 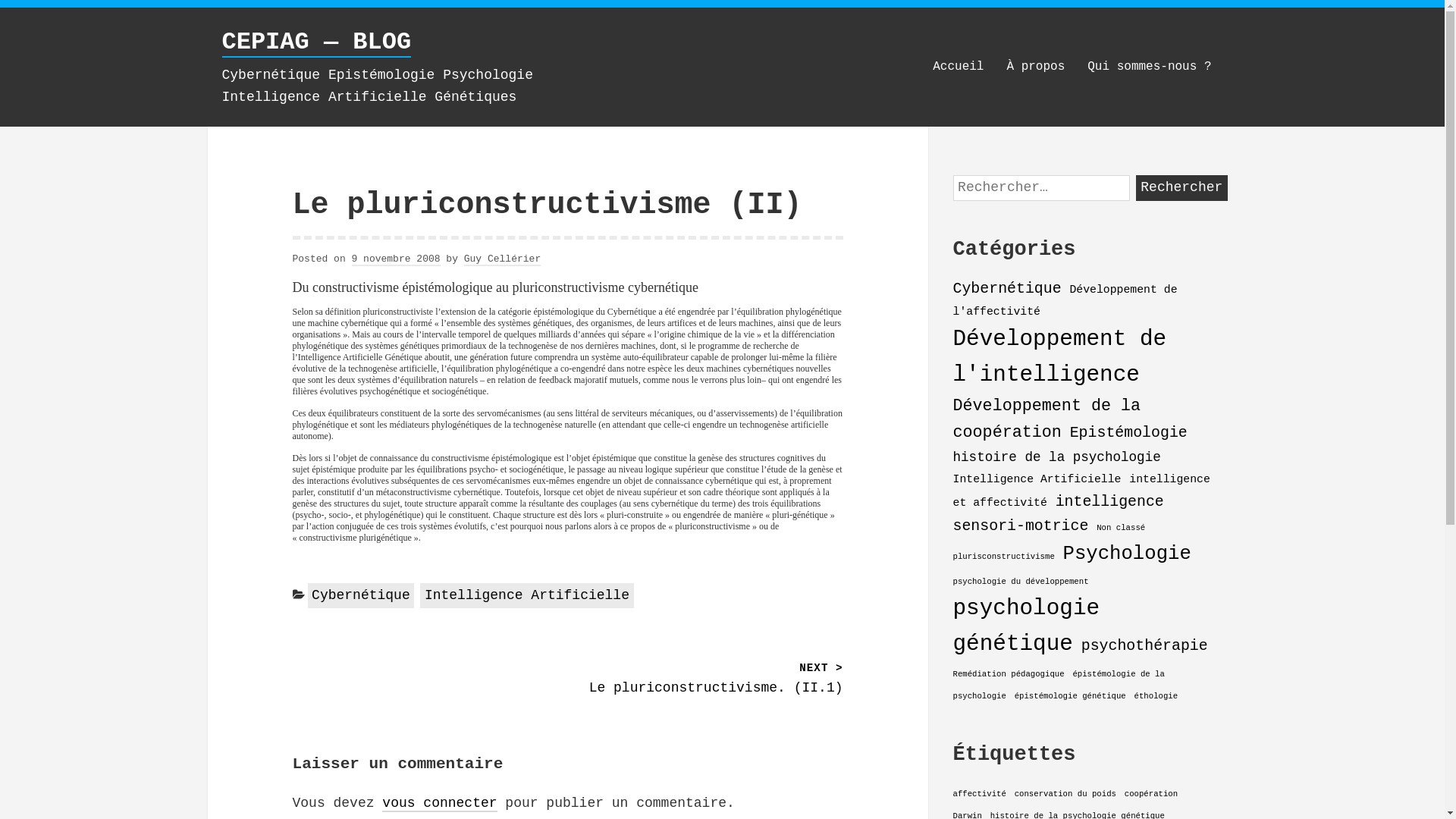 What do you see at coordinates (1062, 554) in the screenshot?
I see `'Psychologie'` at bounding box center [1062, 554].